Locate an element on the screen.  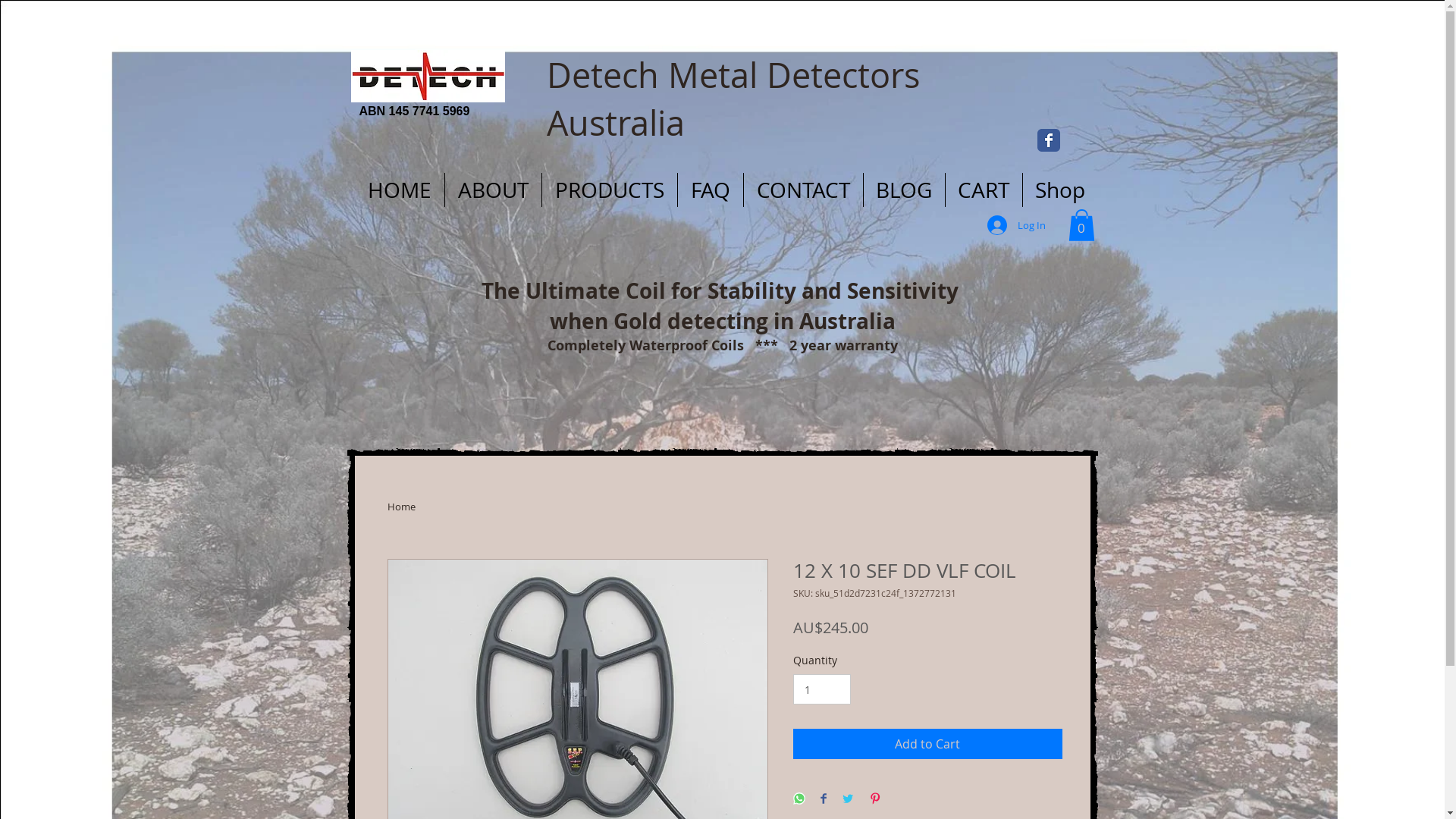
'PRODUCTS' is located at coordinates (608, 189).